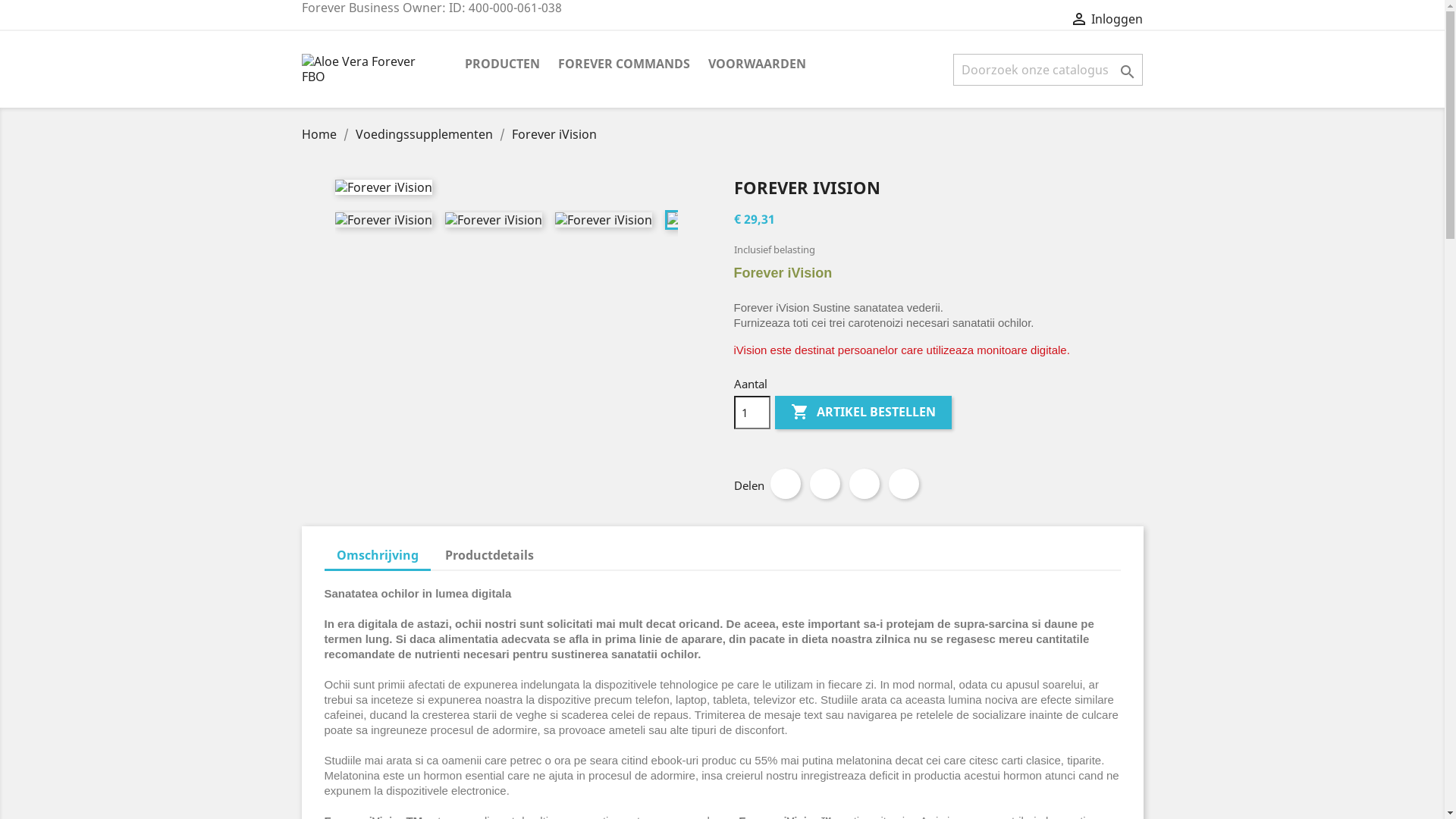 This screenshot has width=1456, height=819. What do you see at coordinates (425, 133) in the screenshot?
I see `'Voedingssupplementen'` at bounding box center [425, 133].